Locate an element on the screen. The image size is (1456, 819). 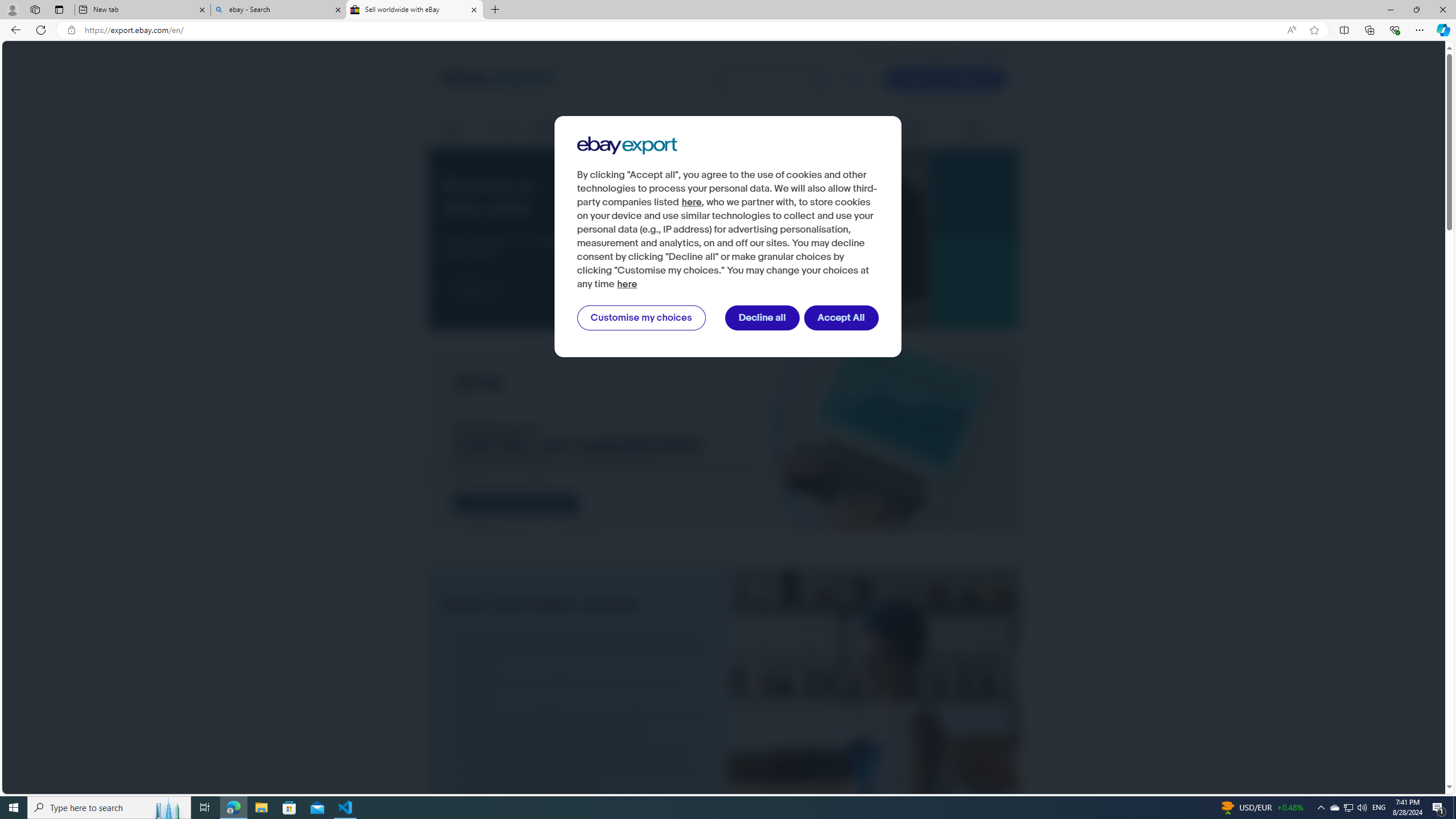
'Create Your Listing' is located at coordinates (944, 78).